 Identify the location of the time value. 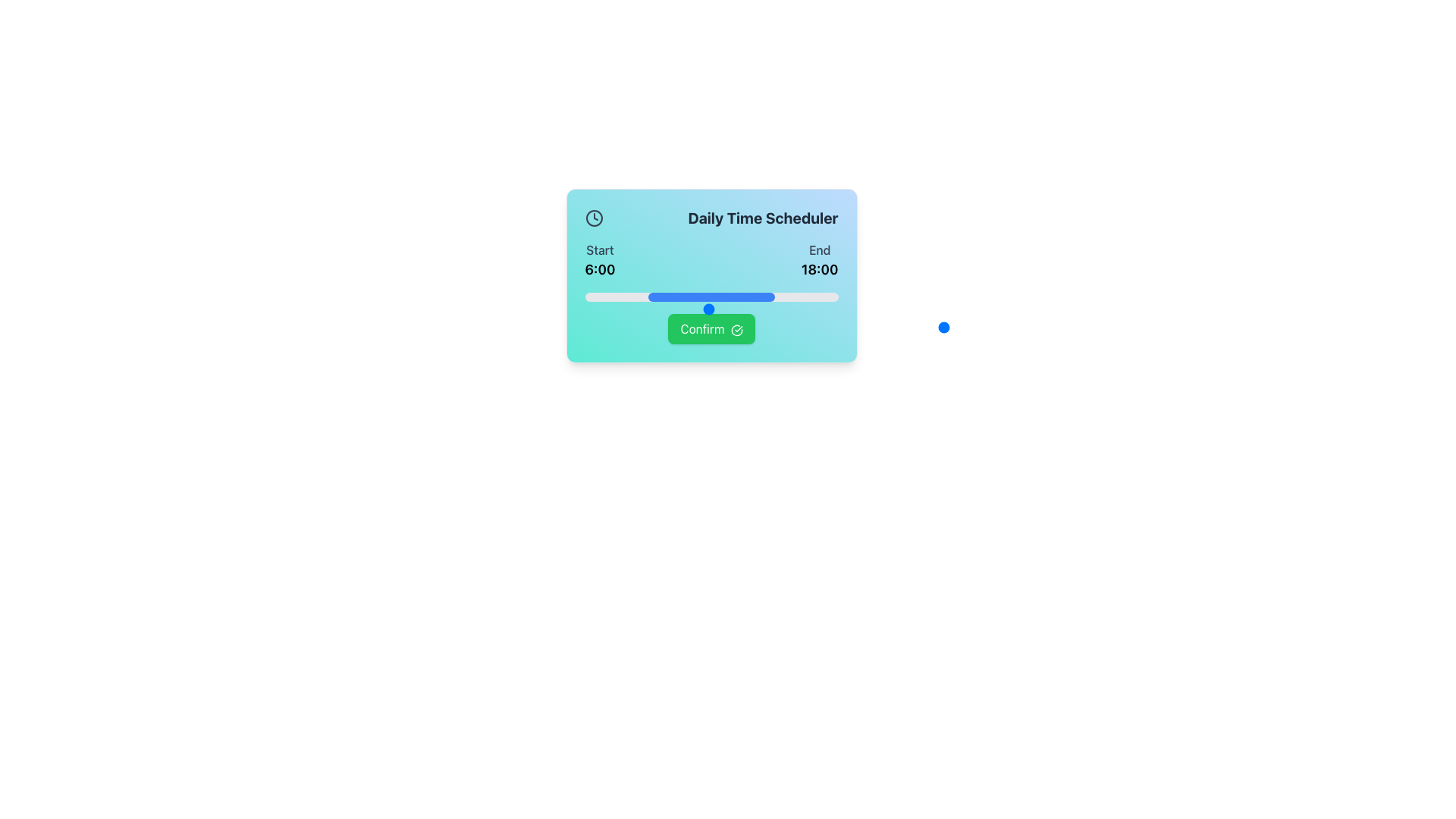
(604, 309).